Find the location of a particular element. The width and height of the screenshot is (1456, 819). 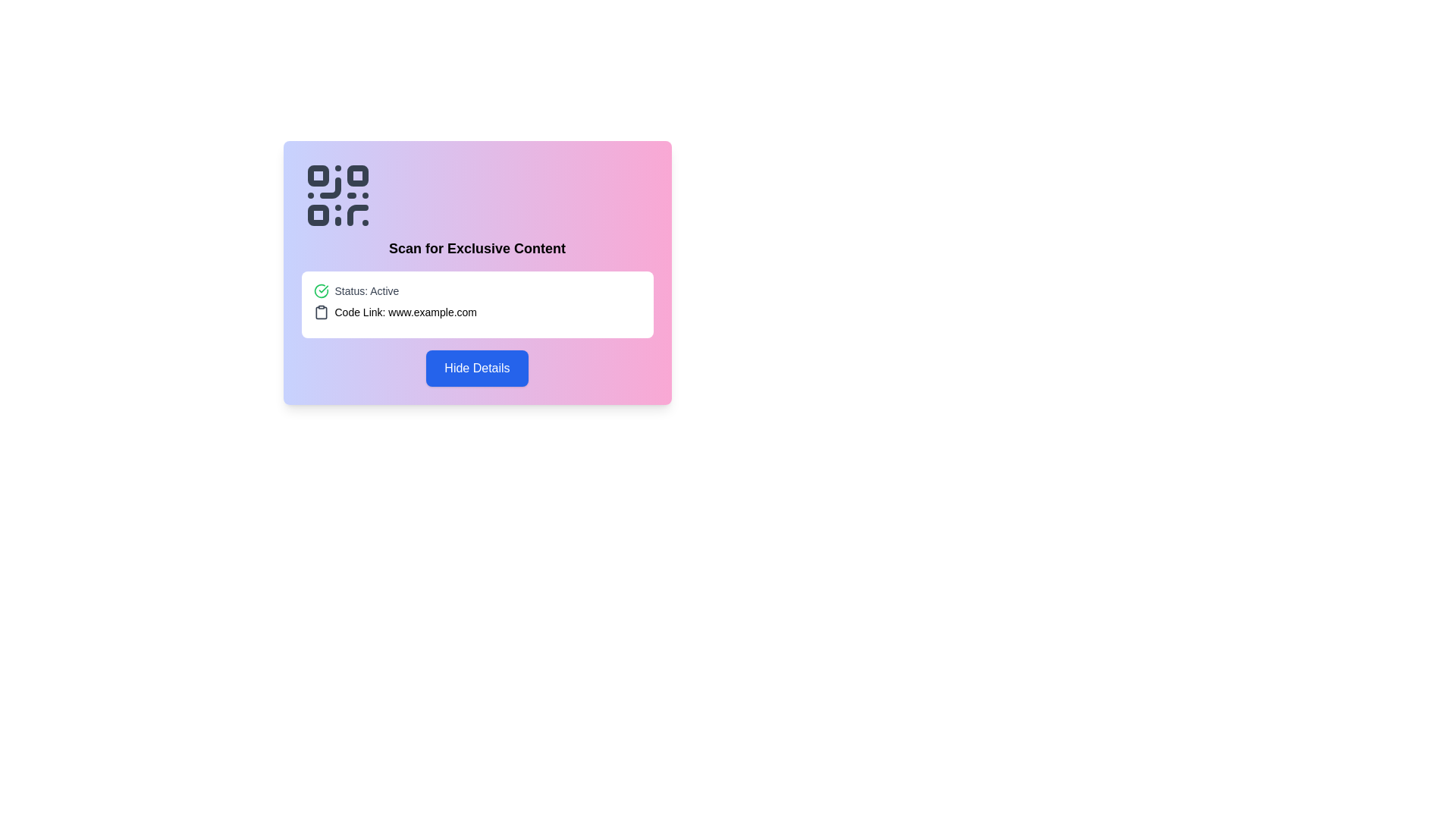

the text label displaying 'Code Link: www.example.com', which is positioned immediately to the right of the clipboard icon and located centrally on the page is located at coordinates (406, 312).